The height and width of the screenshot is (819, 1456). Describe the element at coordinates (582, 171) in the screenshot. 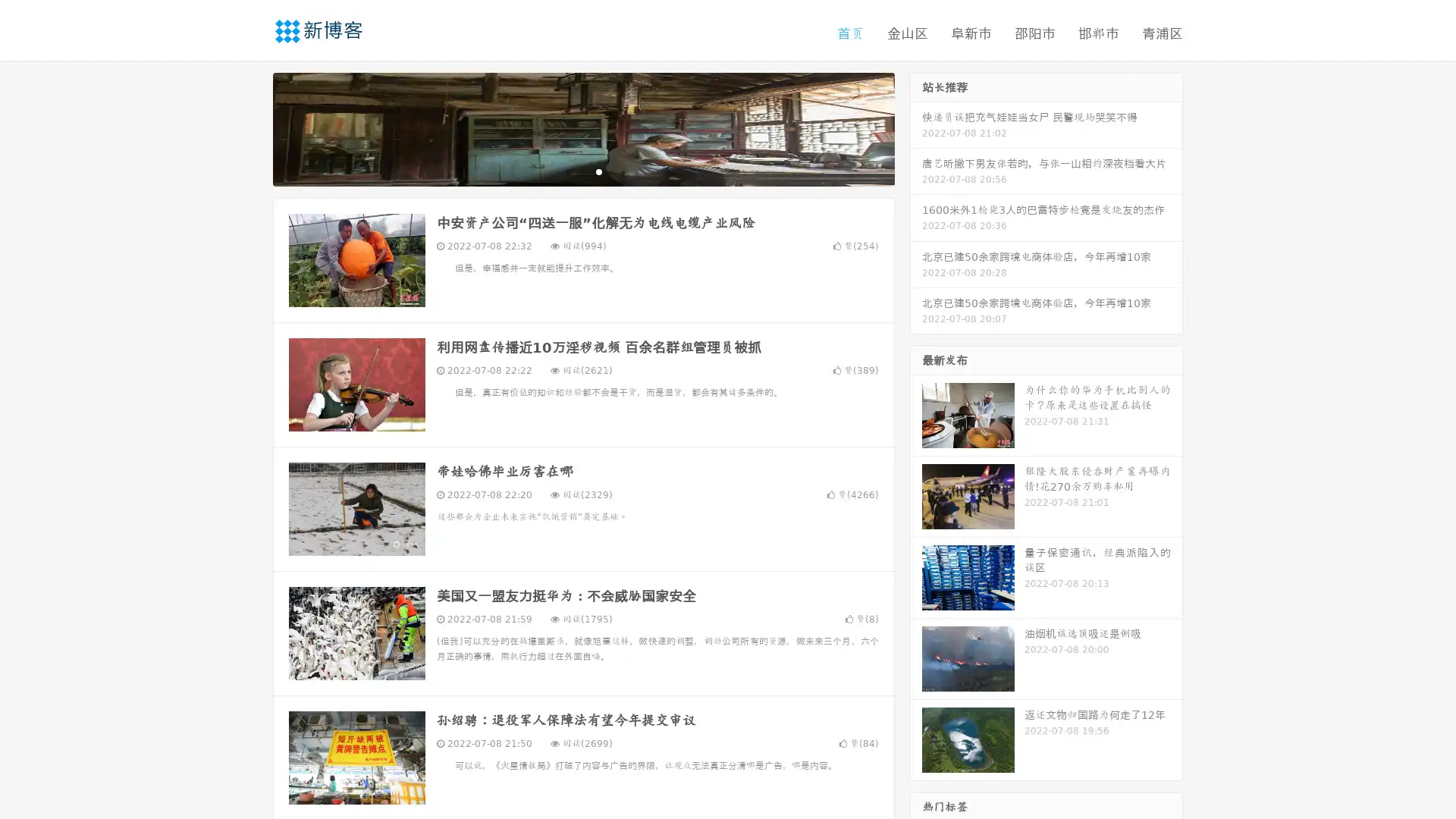

I see `Go to slide 2` at that location.